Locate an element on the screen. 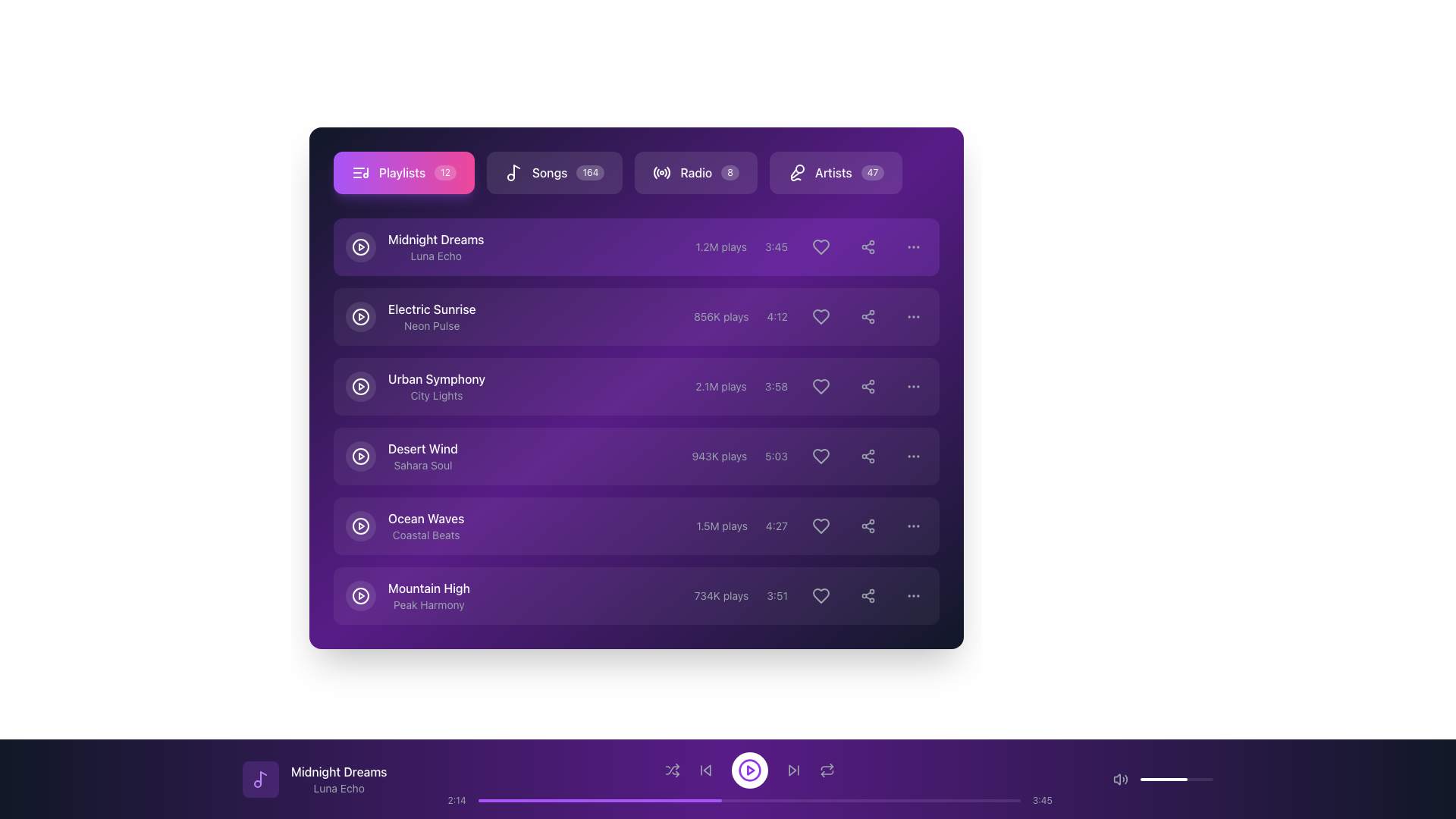 The height and width of the screenshot is (819, 1456). the static text element labeled 'Peak Harmony', which is styled in light gray and positioned below 'Mountain High' in the lower-right quadrant of the interface is located at coordinates (428, 604).